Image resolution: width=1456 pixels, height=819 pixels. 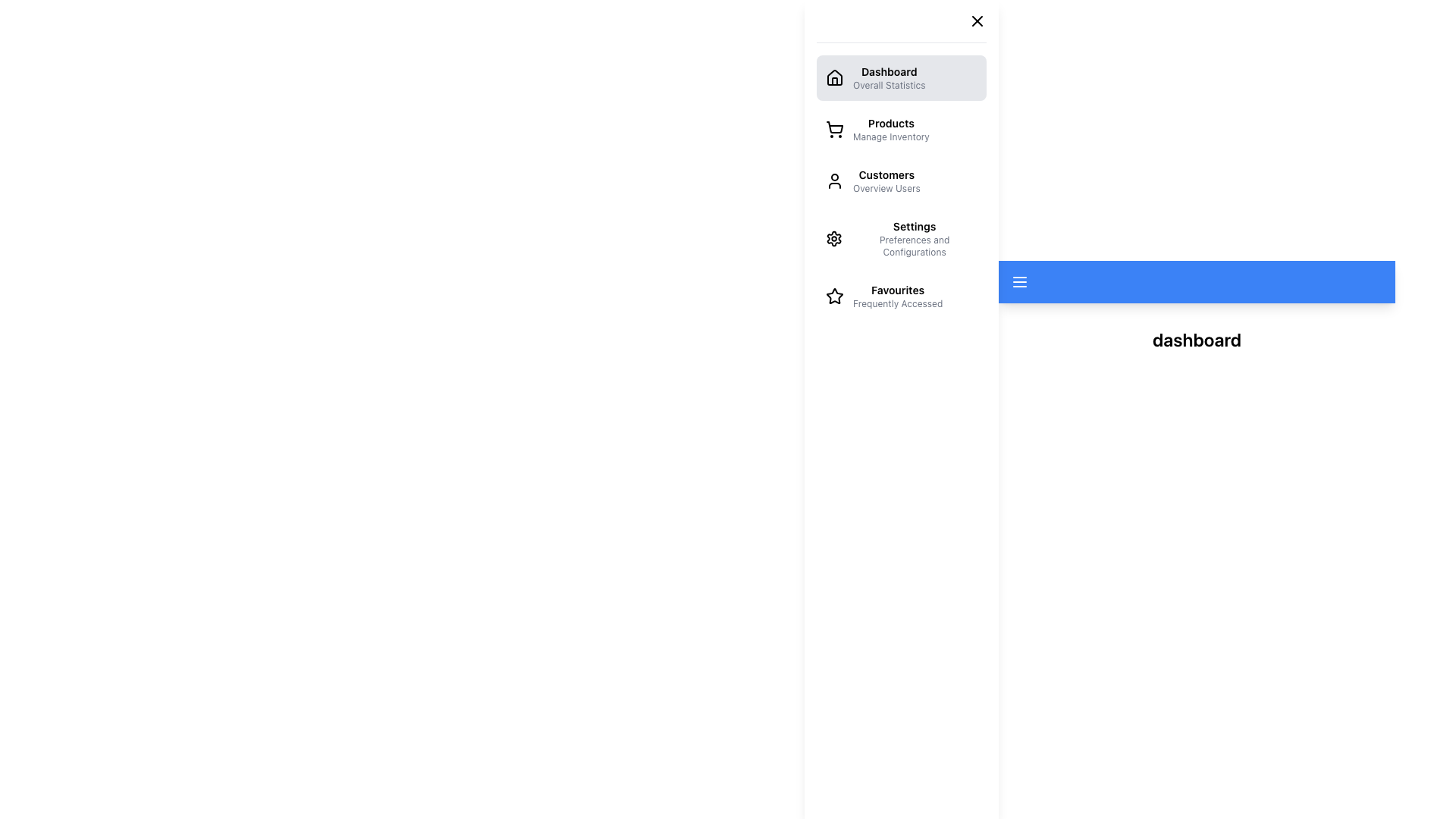 I want to click on the house icon in the navigation sidebar, so click(x=833, y=77).